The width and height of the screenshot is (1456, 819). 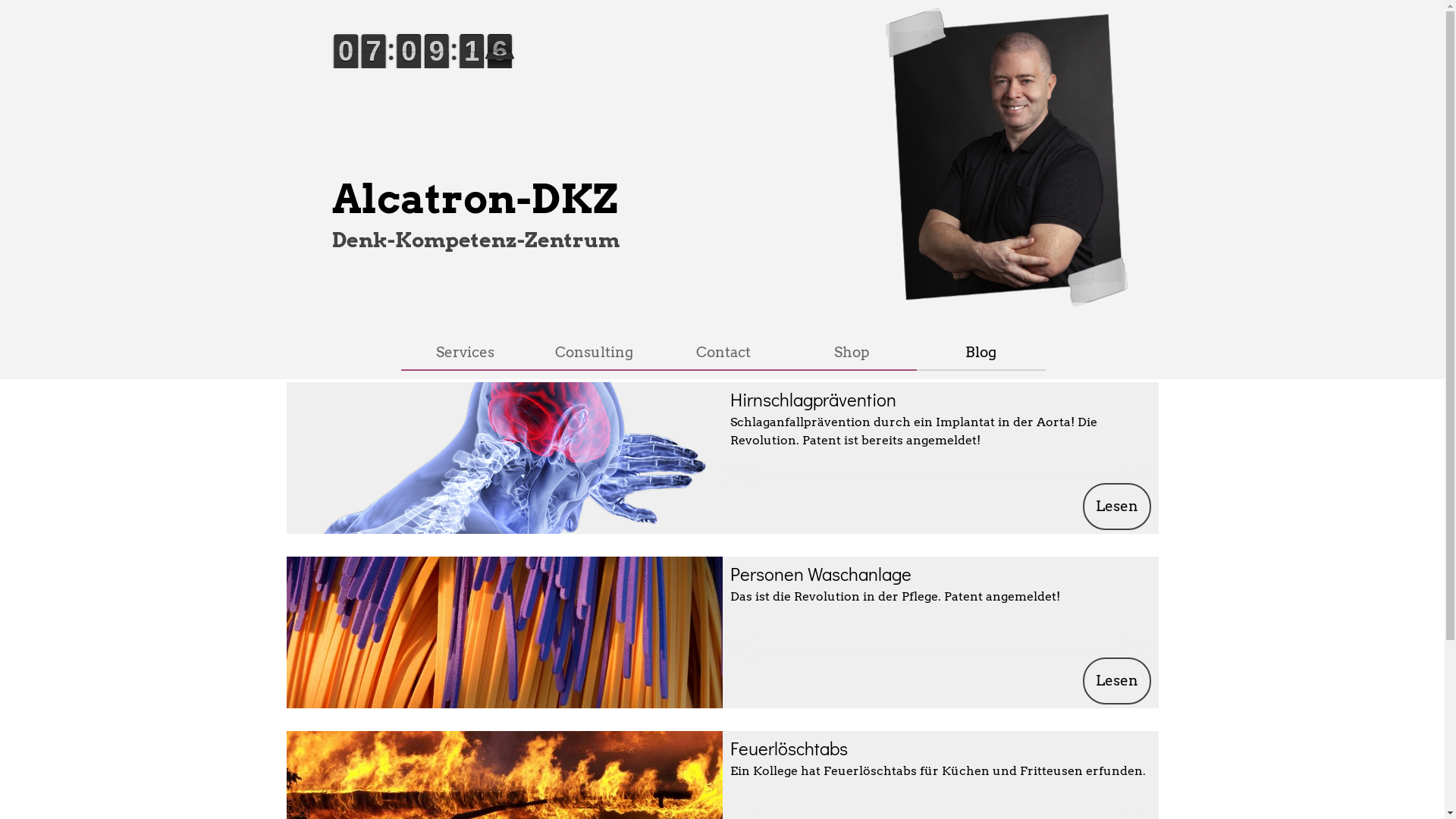 What do you see at coordinates (1117, 680) in the screenshot?
I see `'Lesen'` at bounding box center [1117, 680].